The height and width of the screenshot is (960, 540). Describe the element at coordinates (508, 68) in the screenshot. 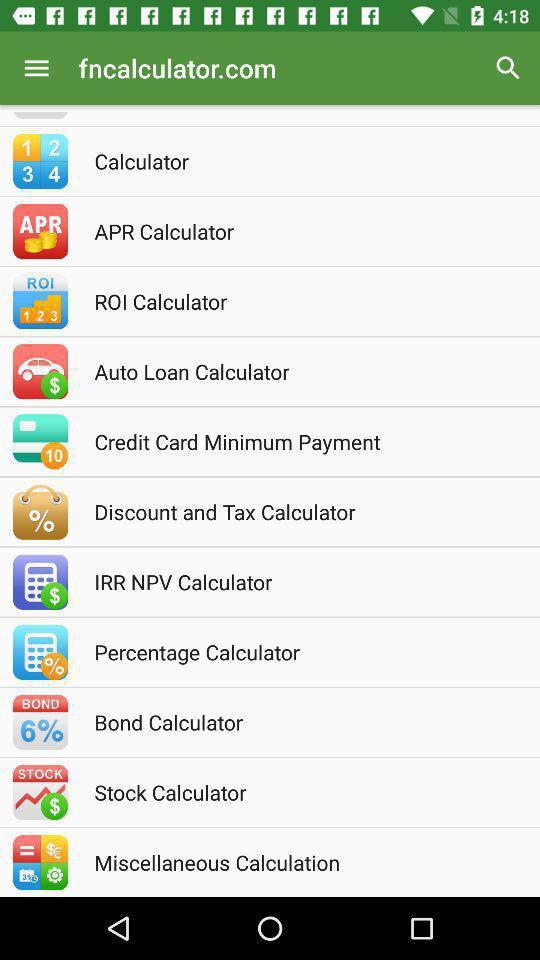

I see `icon at the top right corner` at that location.